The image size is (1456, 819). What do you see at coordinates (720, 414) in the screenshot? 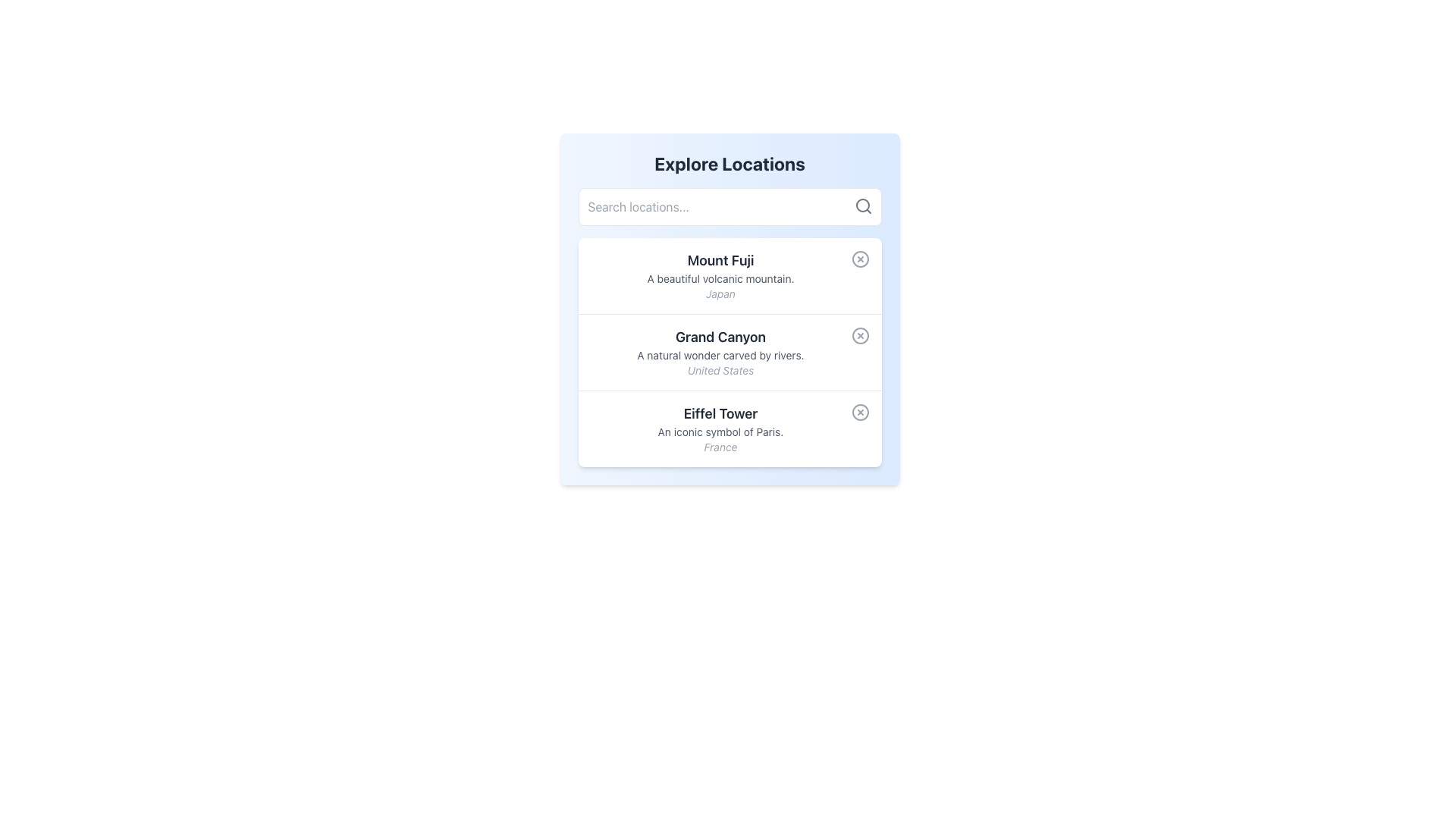
I see `the text label that serves as the title for the card representing the Eiffel Tower, located in the third card of a vertically stacked list` at bounding box center [720, 414].